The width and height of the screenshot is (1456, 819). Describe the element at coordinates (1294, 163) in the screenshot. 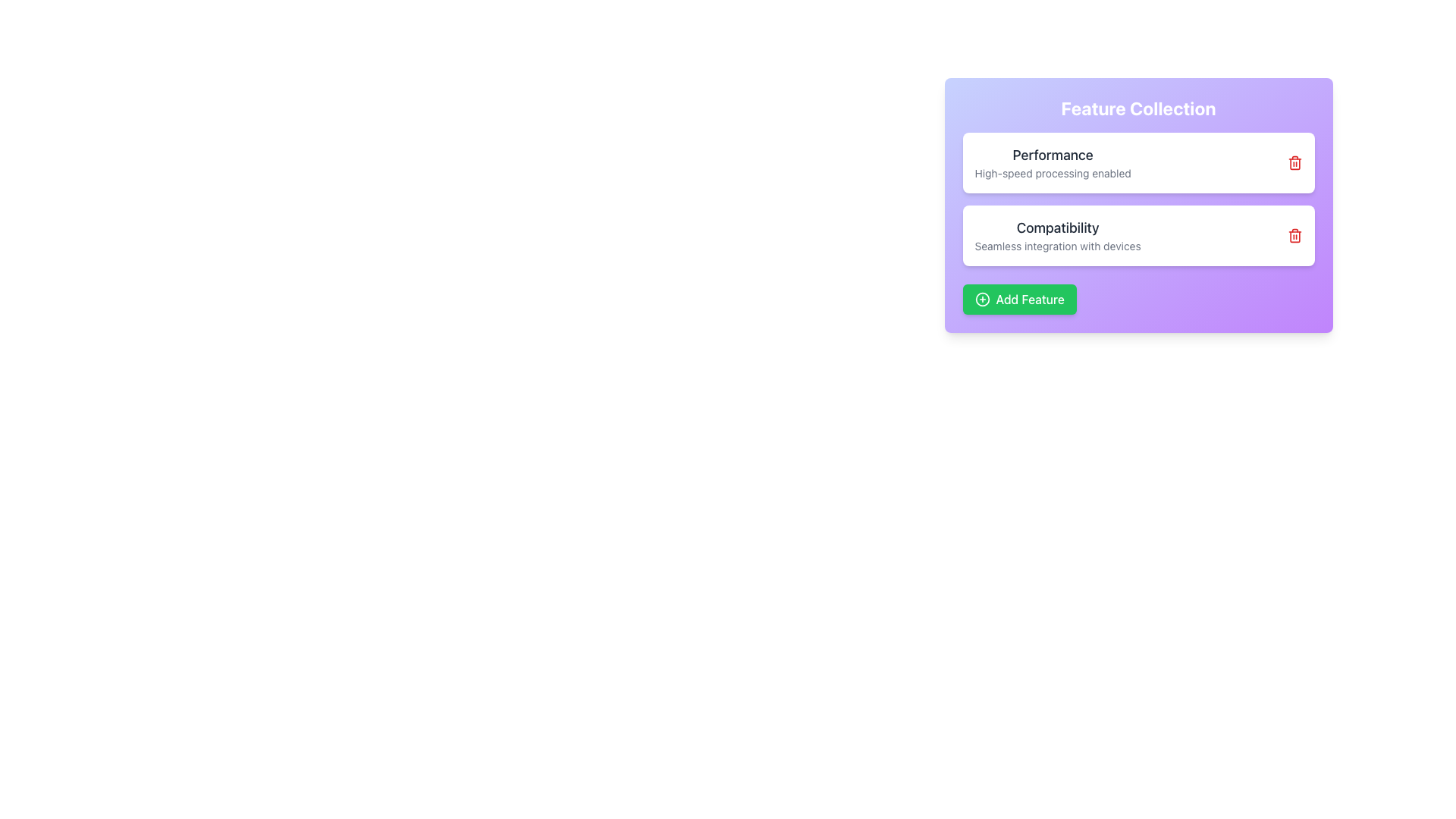

I see `the delete icon button located at the top-right corner of the 'Performance' card in the 'Feature Collection' section` at that location.